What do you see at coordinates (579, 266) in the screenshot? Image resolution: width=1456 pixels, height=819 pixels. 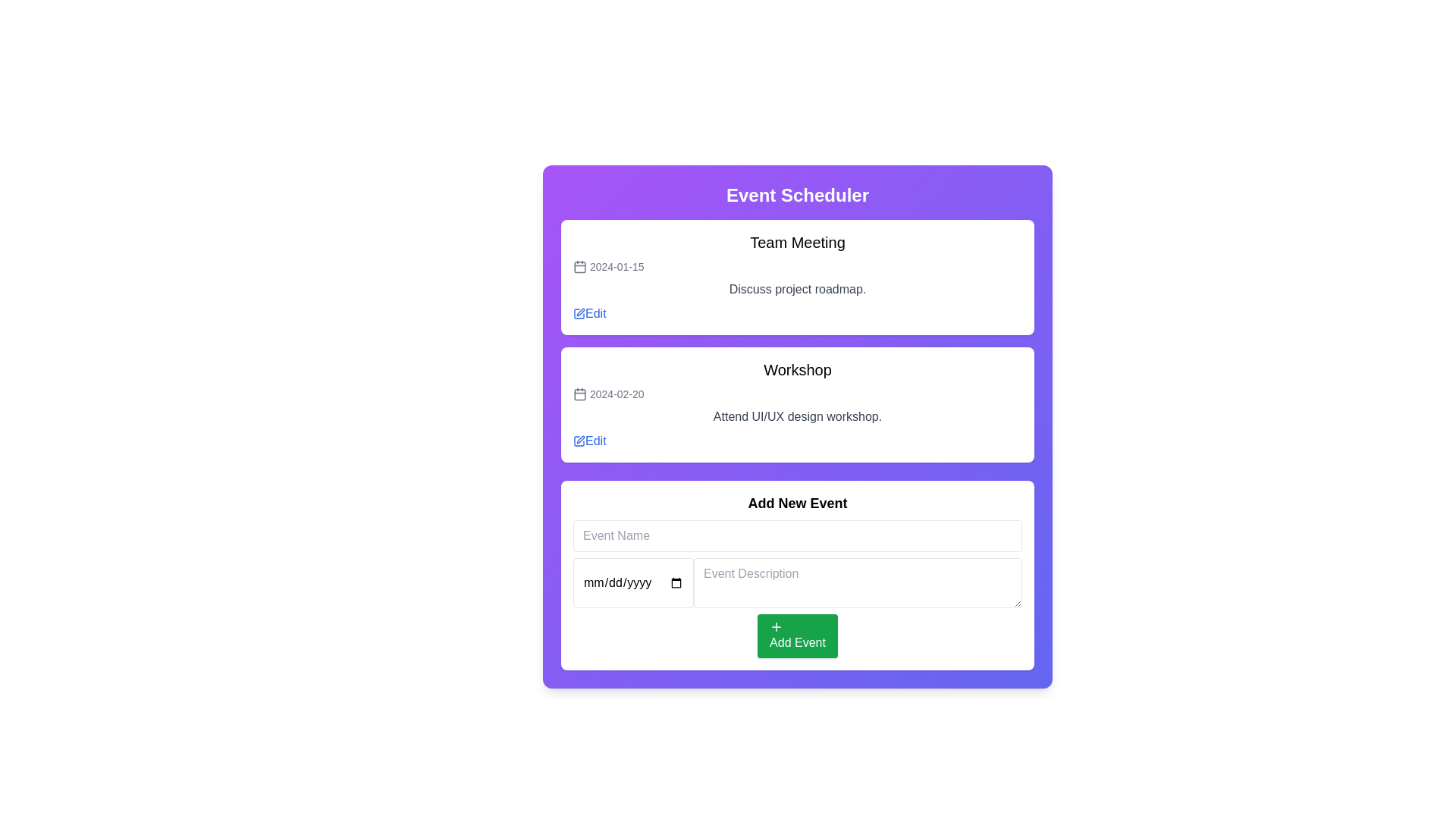 I see `the calendar icon located to the left of the date text '2024-01-15' in the first event entry titled 'Team Meeting' within the 'Event Scheduler' application` at bounding box center [579, 266].